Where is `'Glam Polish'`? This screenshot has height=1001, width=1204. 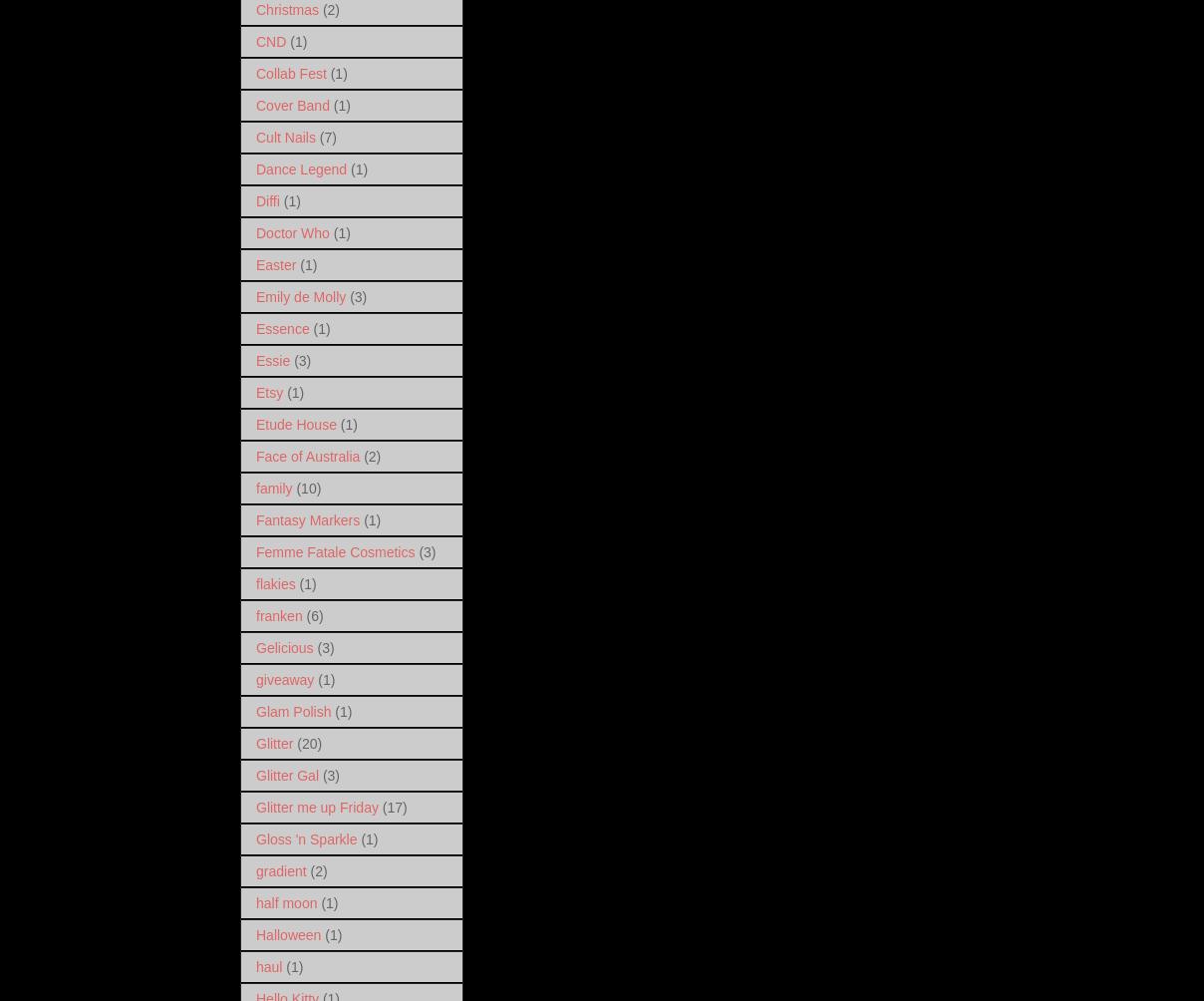 'Glam Polish' is located at coordinates (293, 710).